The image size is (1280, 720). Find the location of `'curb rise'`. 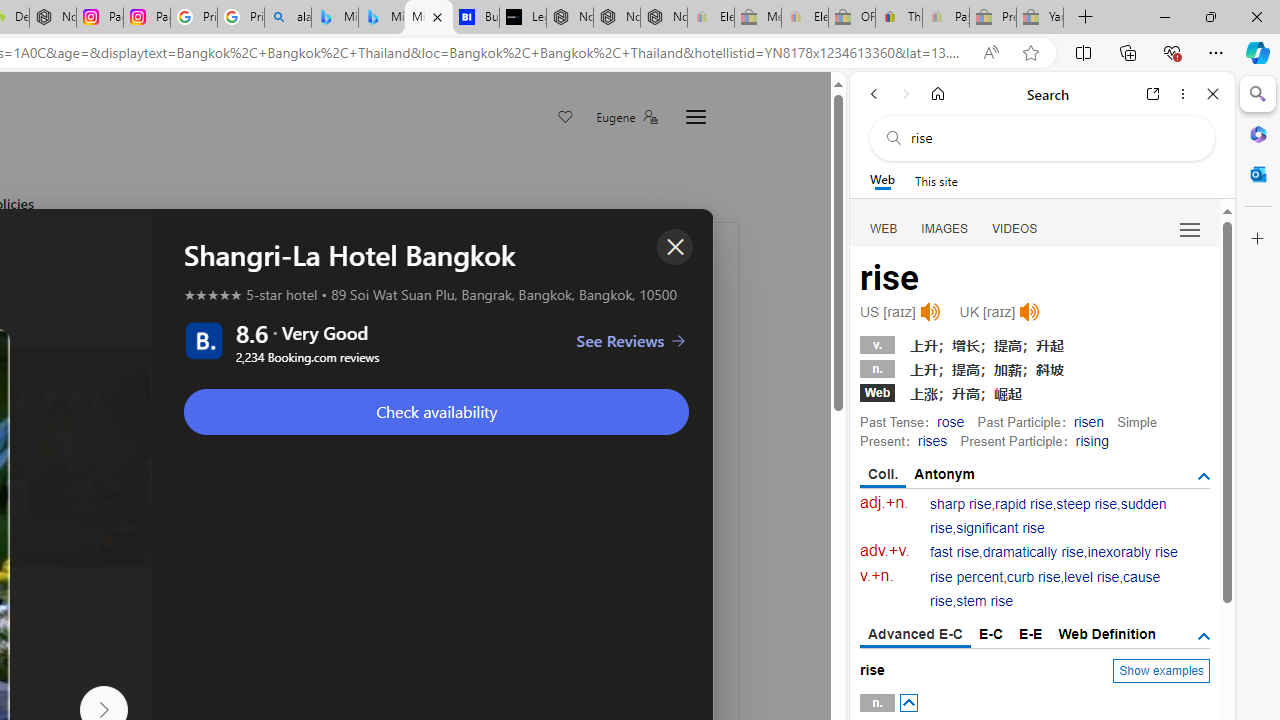

'curb rise' is located at coordinates (1033, 577).